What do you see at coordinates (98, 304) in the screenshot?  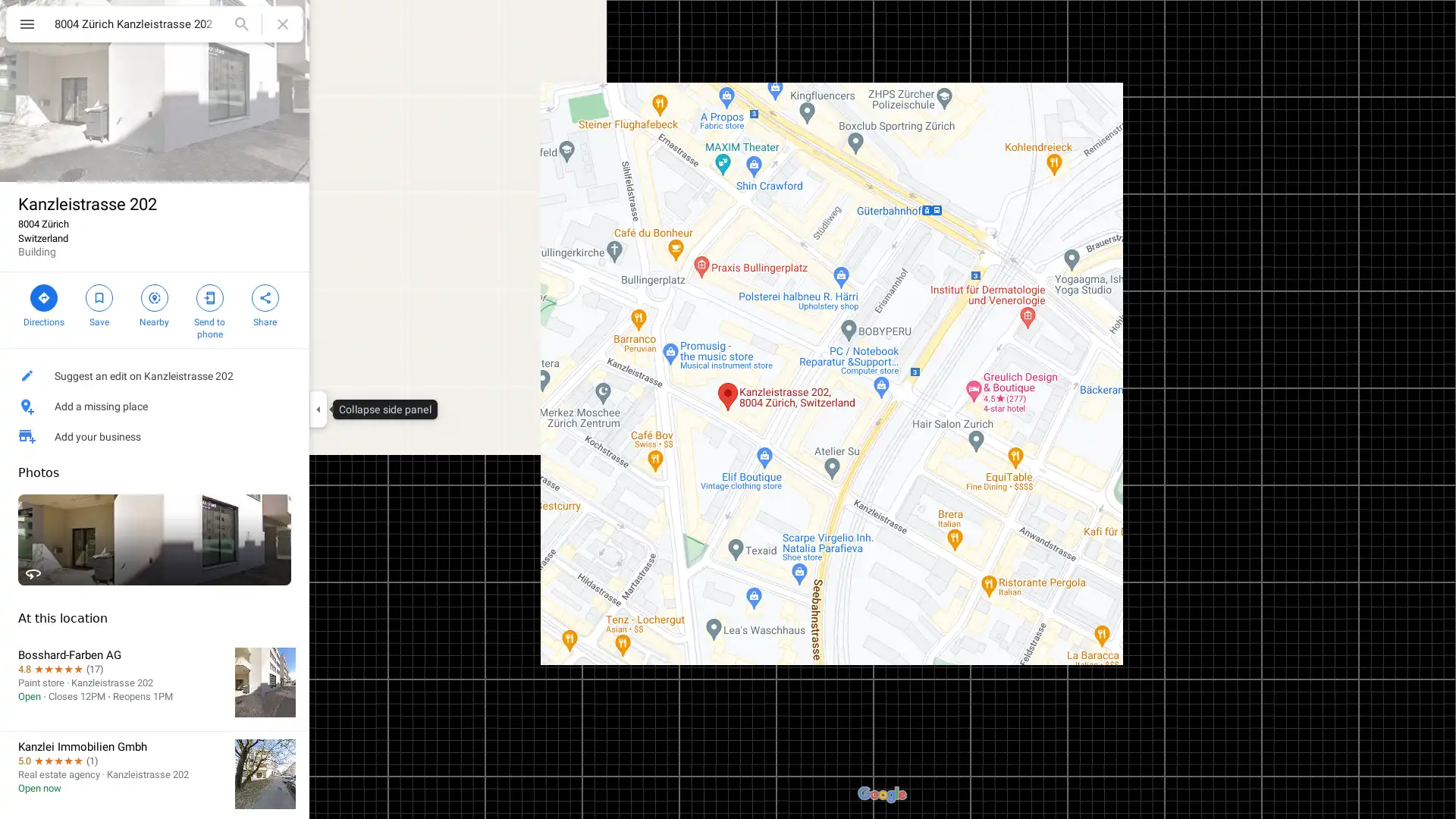 I see `Save Kanzleistrasse 202 in your lists` at bounding box center [98, 304].